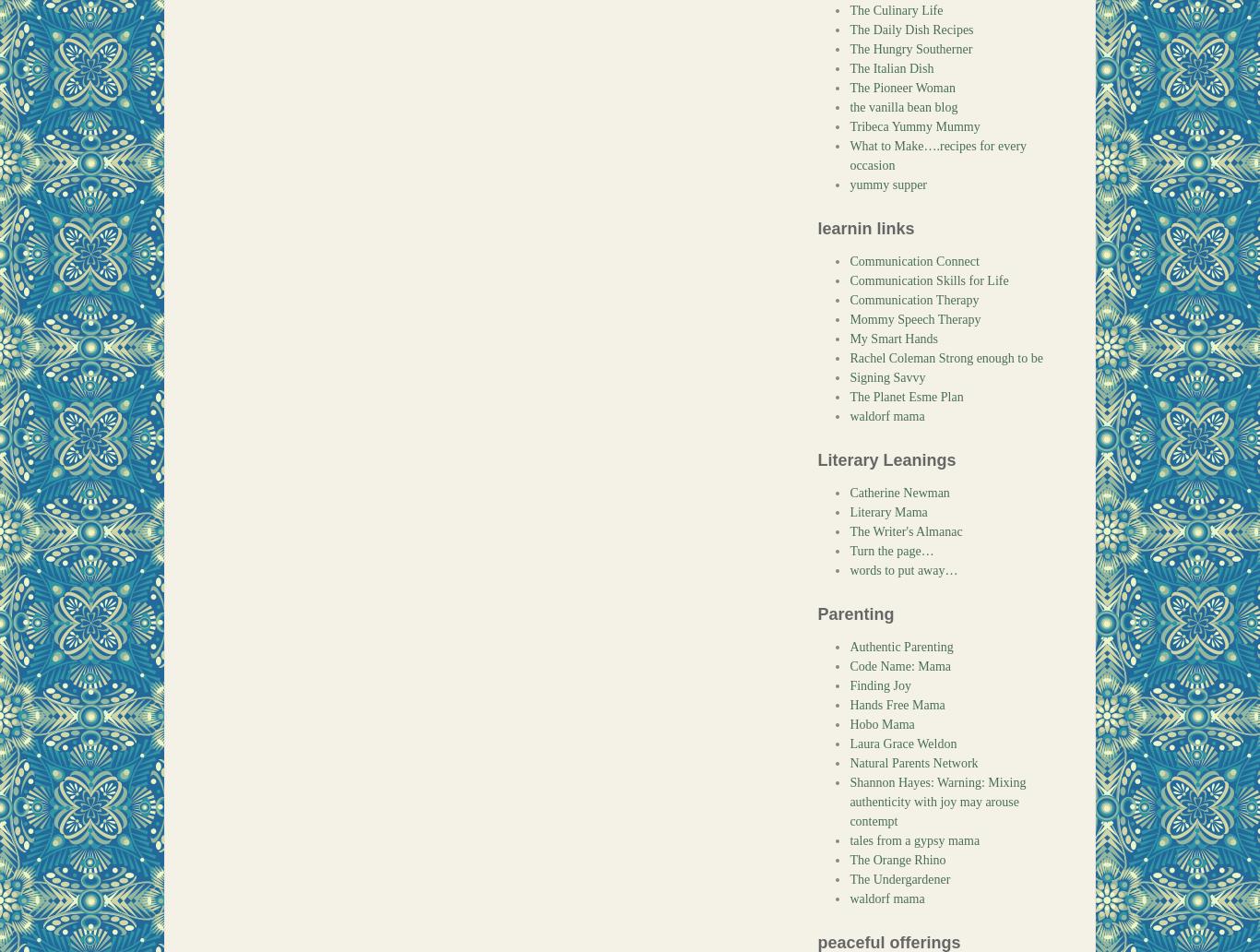 The height and width of the screenshot is (952, 1260). Describe the element at coordinates (937, 155) in the screenshot. I see `'What to Make….recipes for every occasion'` at that location.